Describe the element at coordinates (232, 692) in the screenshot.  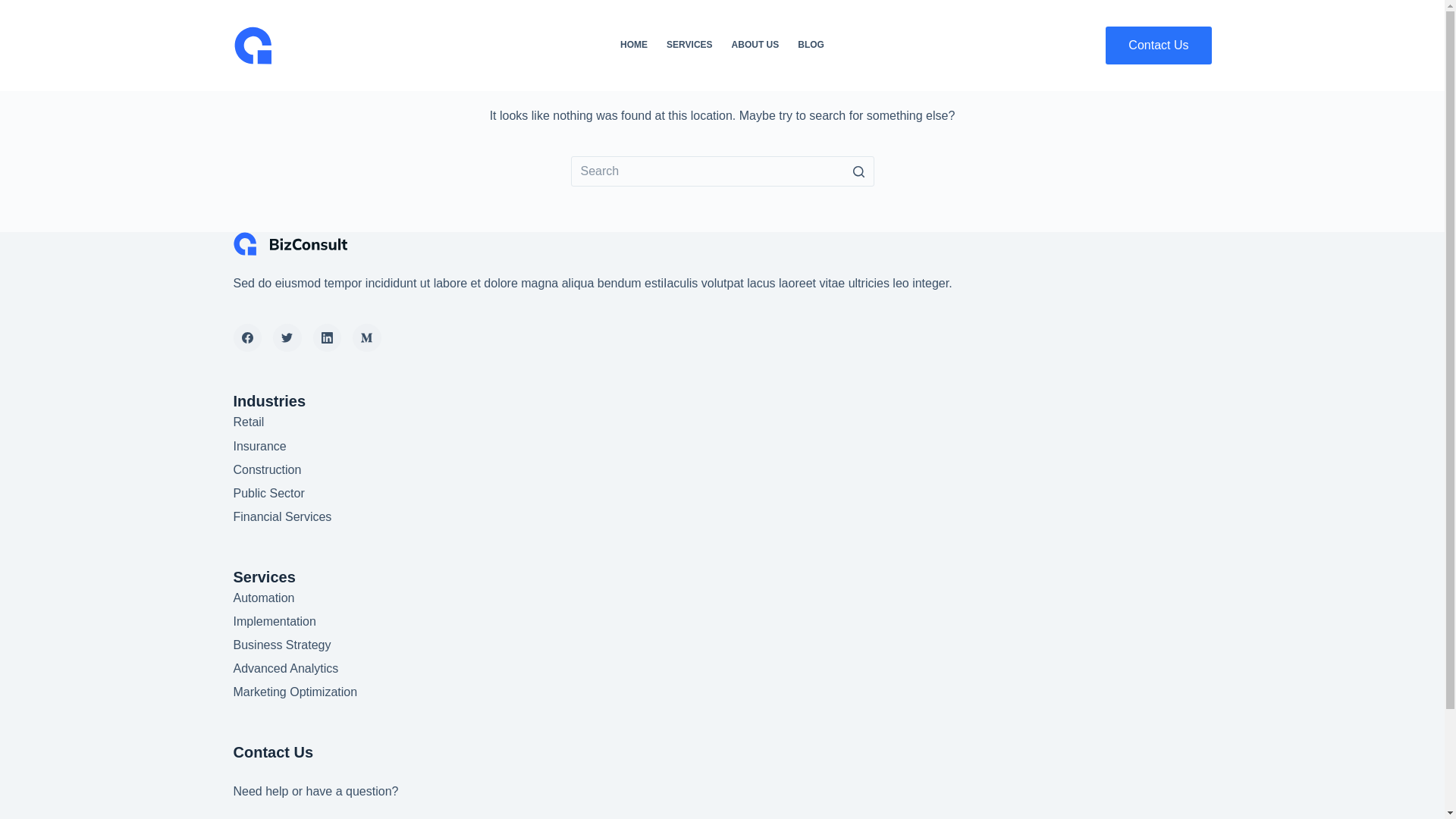
I see `'Marketing Optimization'` at that location.